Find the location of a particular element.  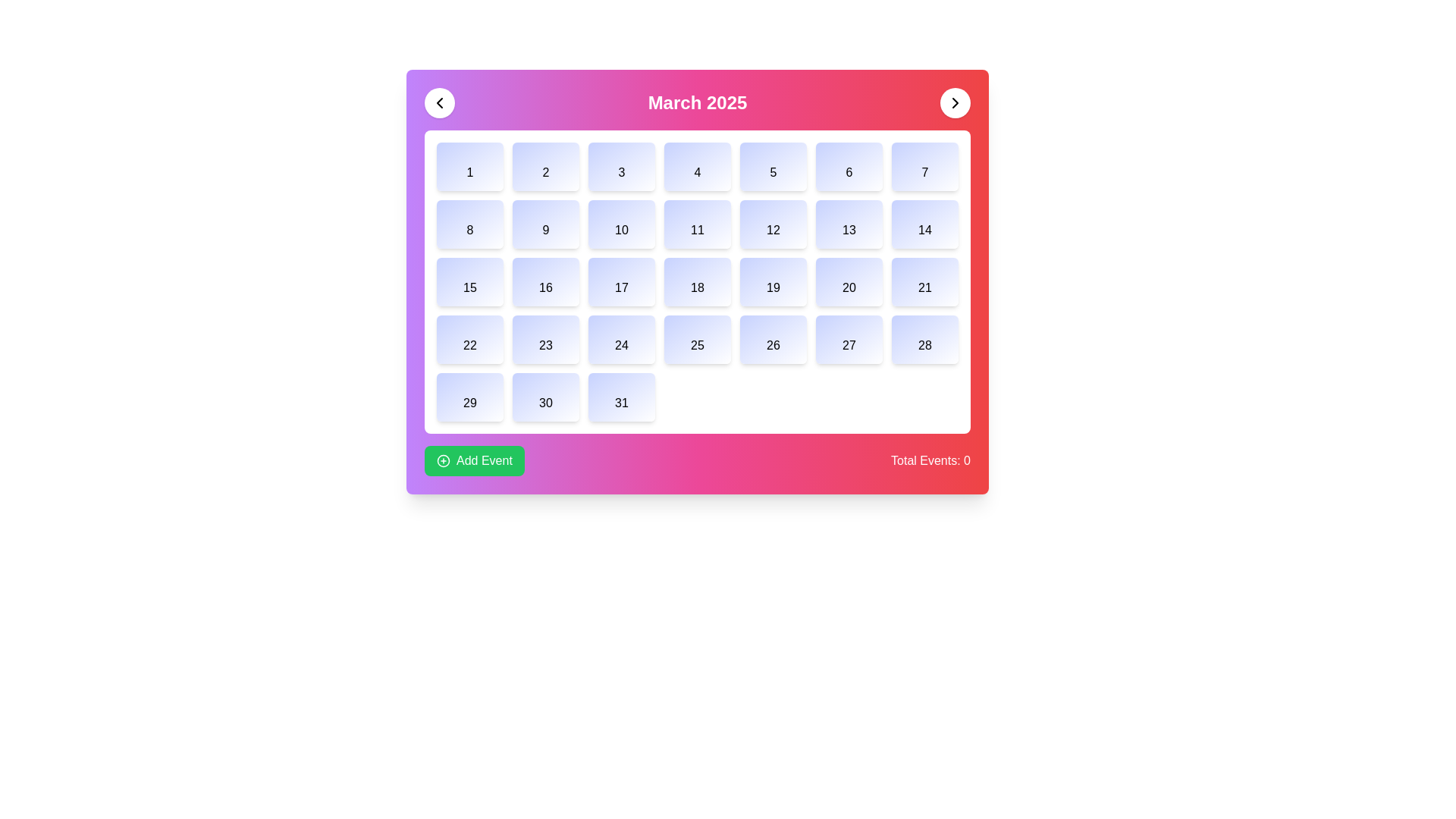

the calendar button representing the 16th day is located at coordinates (546, 281).